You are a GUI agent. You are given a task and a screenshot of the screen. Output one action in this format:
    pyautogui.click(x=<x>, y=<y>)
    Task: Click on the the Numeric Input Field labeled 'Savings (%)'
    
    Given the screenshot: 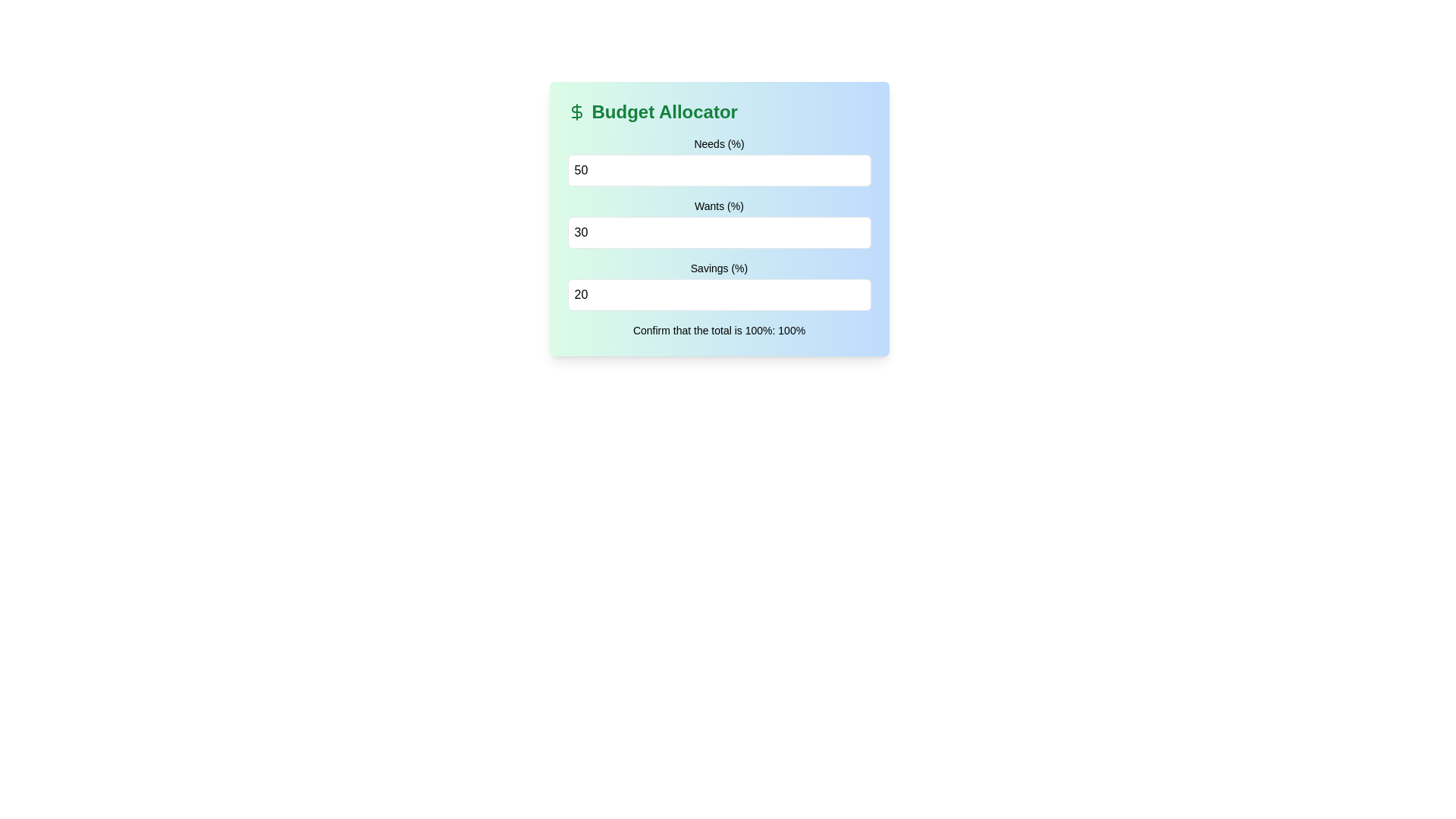 What is the action you would take?
    pyautogui.click(x=718, y=295)
    